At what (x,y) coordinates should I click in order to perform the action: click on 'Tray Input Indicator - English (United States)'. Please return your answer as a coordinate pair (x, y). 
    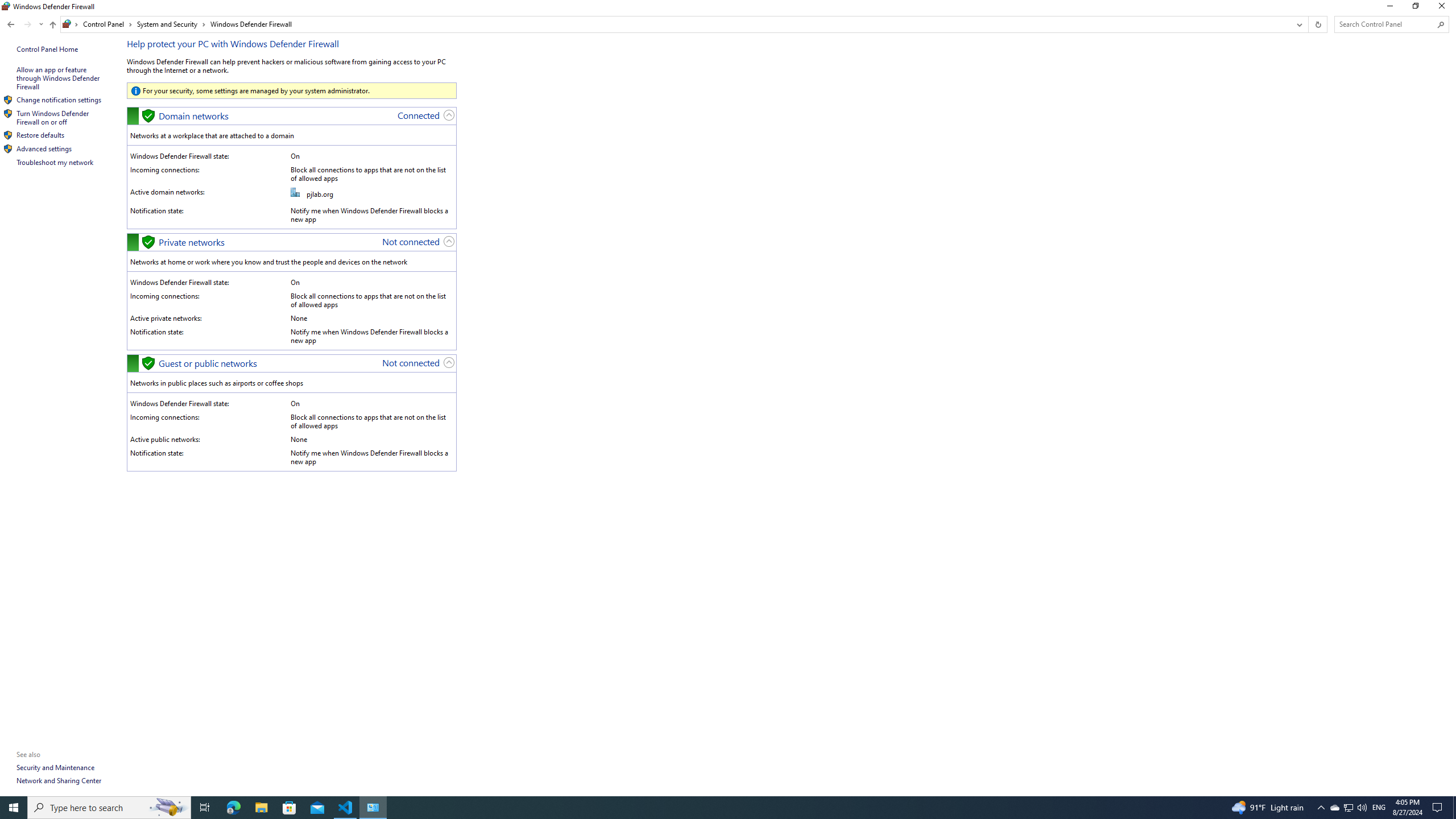
    Looking at the image, I should click on (1379, 806).